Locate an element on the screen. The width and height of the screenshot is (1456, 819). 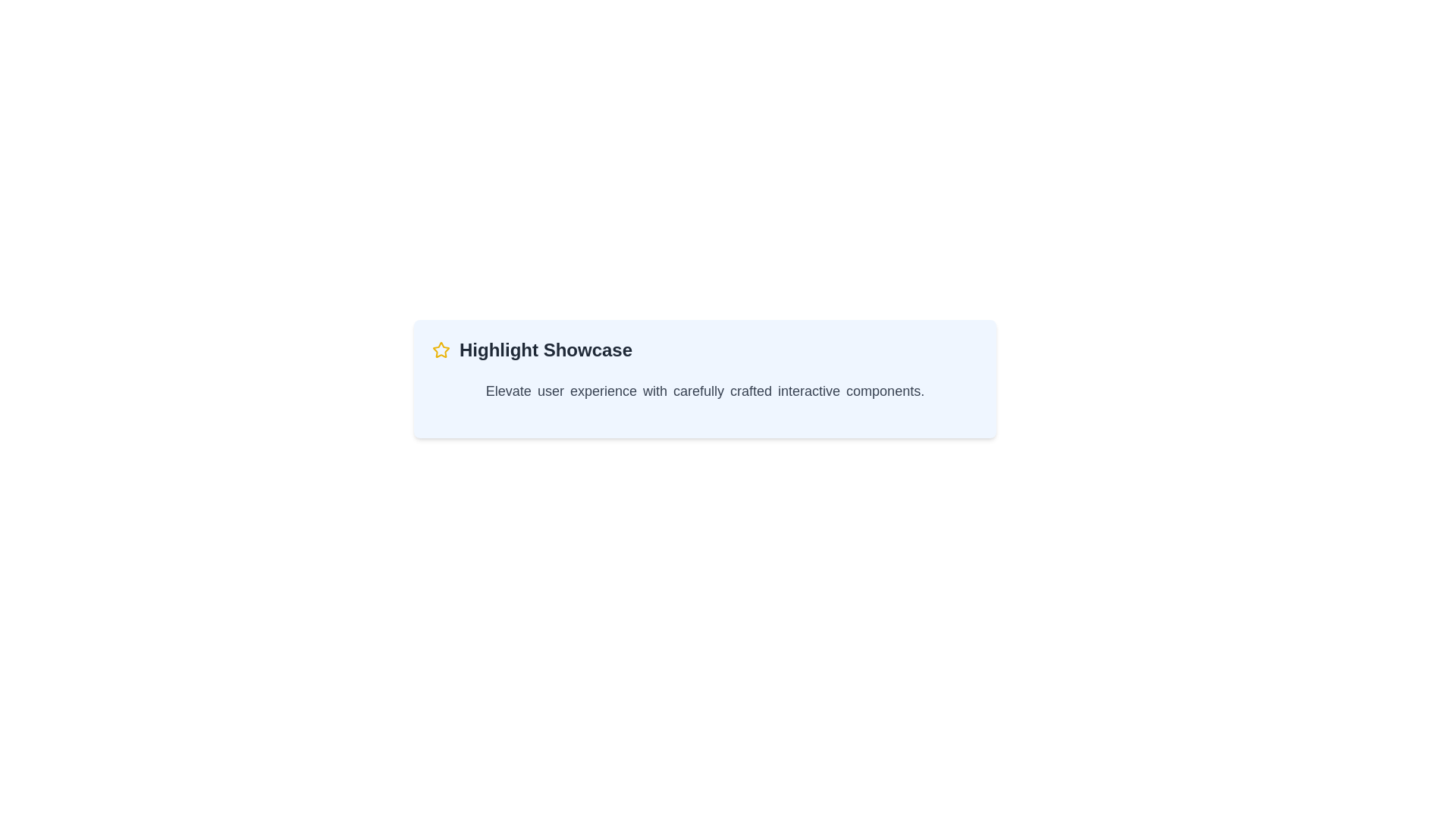
the sixth word in the sentence within the centered box, which follows 'carefully' and precedes 'interactive' is located at coordinates (751, 391).